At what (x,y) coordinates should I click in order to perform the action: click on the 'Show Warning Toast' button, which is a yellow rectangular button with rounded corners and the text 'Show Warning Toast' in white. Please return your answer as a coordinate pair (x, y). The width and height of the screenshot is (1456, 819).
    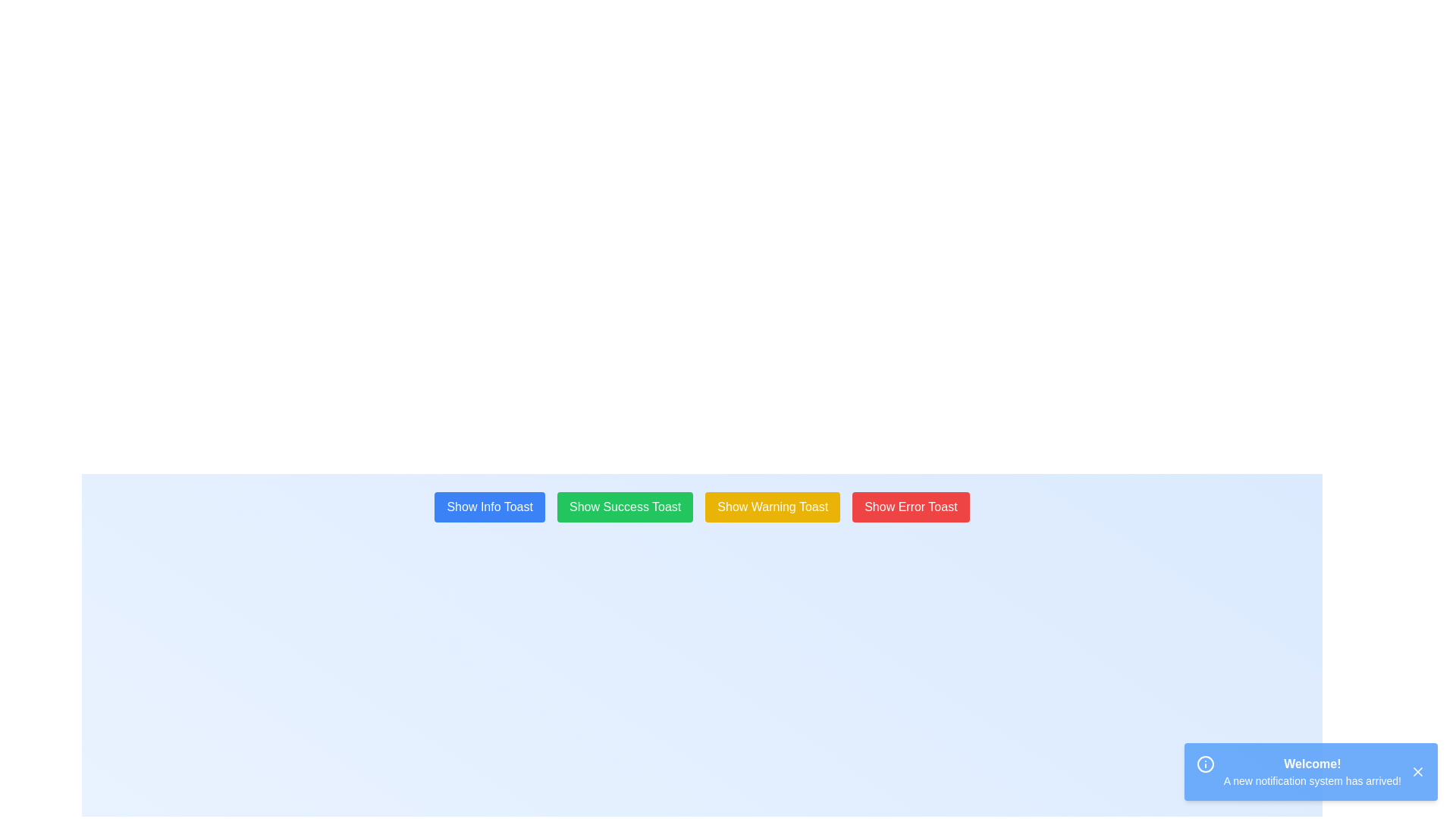
    Looking at the image, I should click on (772, 507).